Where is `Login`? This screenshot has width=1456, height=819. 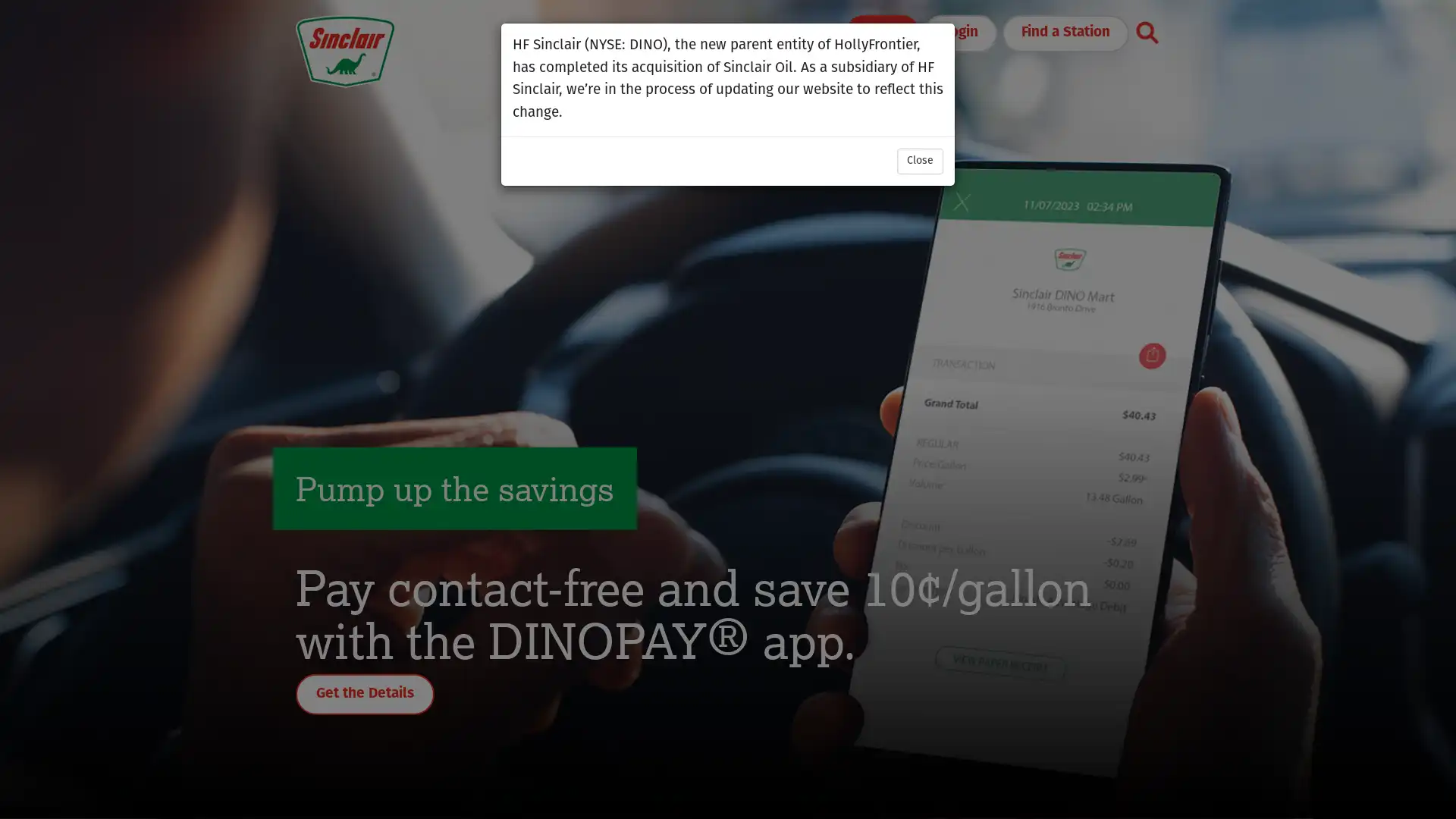
Login is located at coordinates (959, 33).